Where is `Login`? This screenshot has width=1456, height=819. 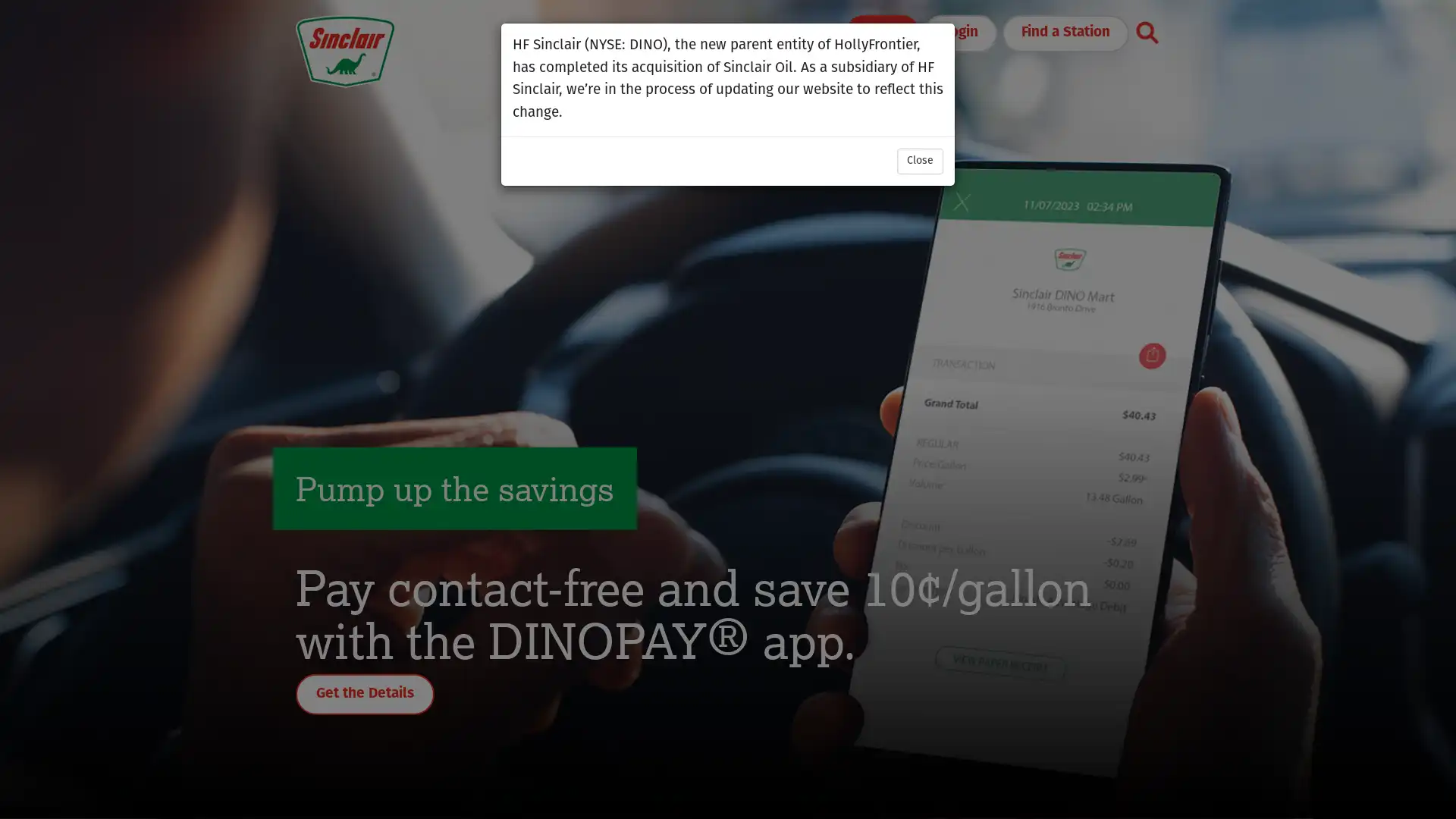
Login is located at coordinates (959, 33).